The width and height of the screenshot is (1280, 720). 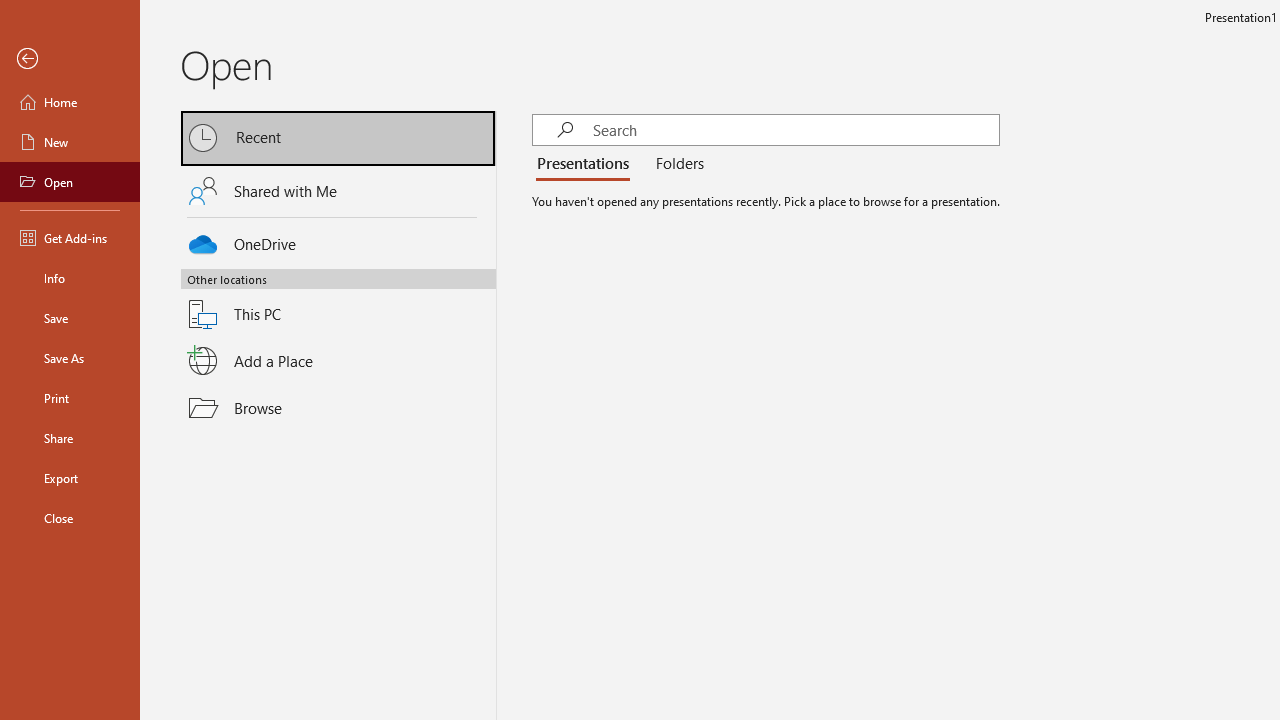 What do you see at coordinates (338, 406) in the screenshot?
I see `'Browse'` at bounding box center [338, 406].